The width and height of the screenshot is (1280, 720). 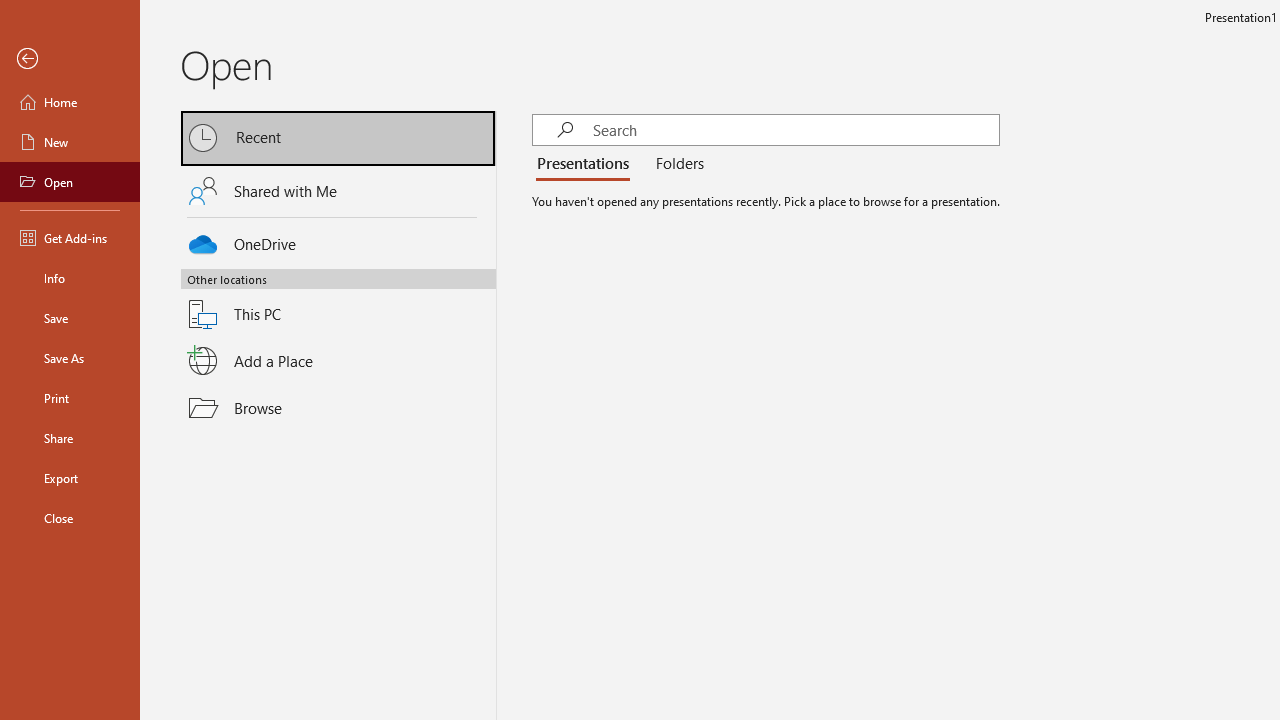 What do you see at coordinates (338, 406) in the screenshot?
I see `'Browse'` at bounding box center [338, 406].